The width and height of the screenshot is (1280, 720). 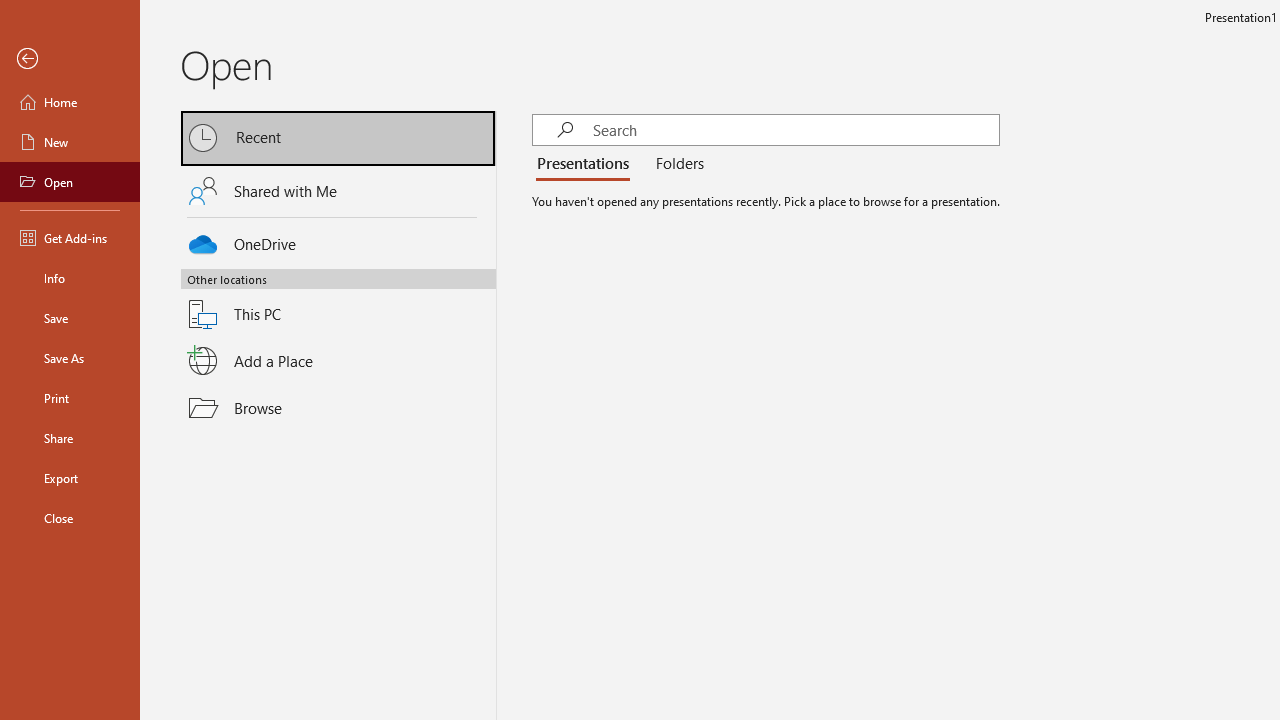 What do you see at coordinates (338, 406) in the screenshot?
I see `'Browse'` at bounding box center [338, 406].